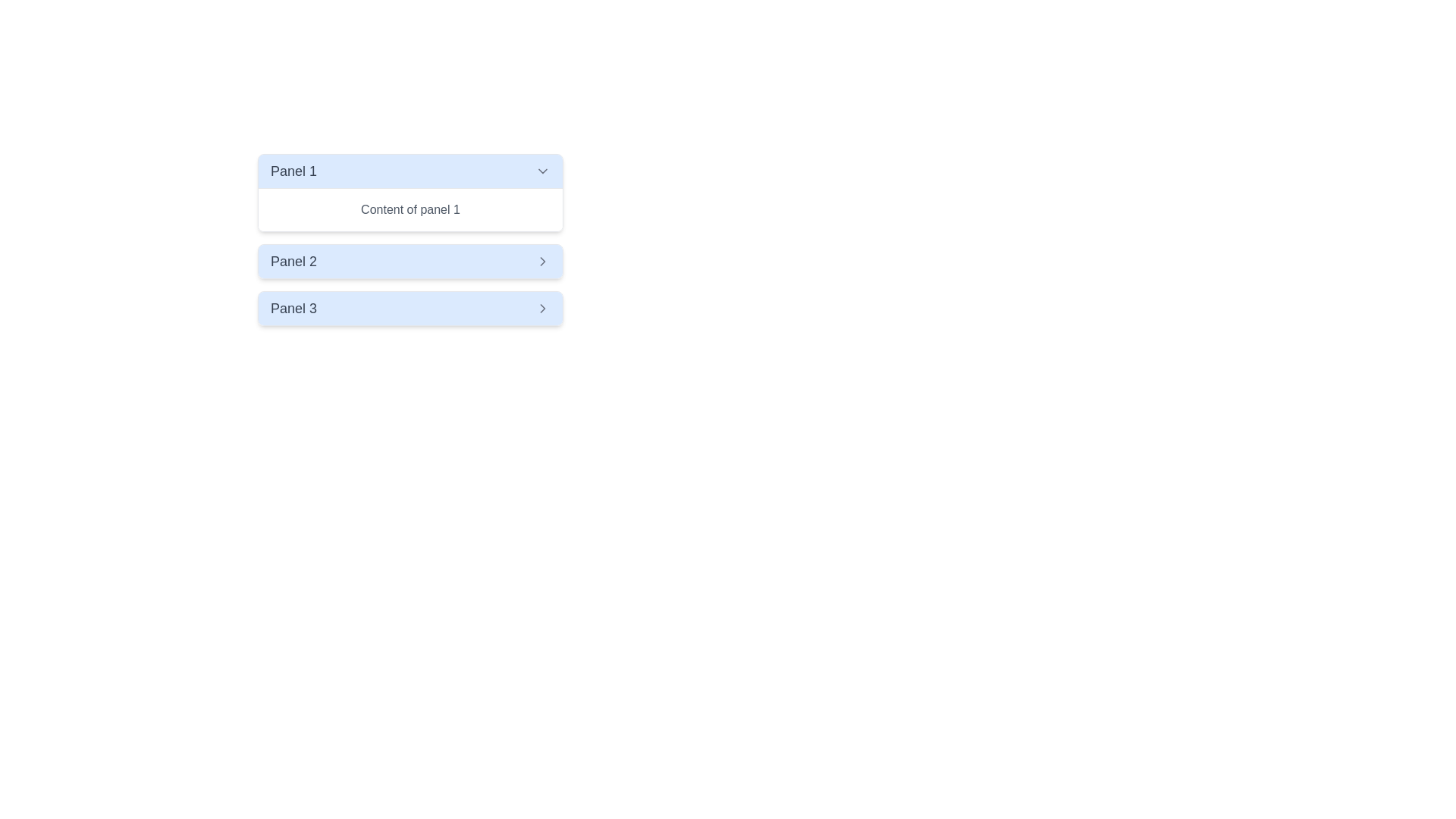 This screenshot has height=819, width=1456. What do you see at coordinates (410, 171) in the screenshot?
I see `the Collapsible panel toggle for 'Panel 1'` at bounding box center [410, 171].